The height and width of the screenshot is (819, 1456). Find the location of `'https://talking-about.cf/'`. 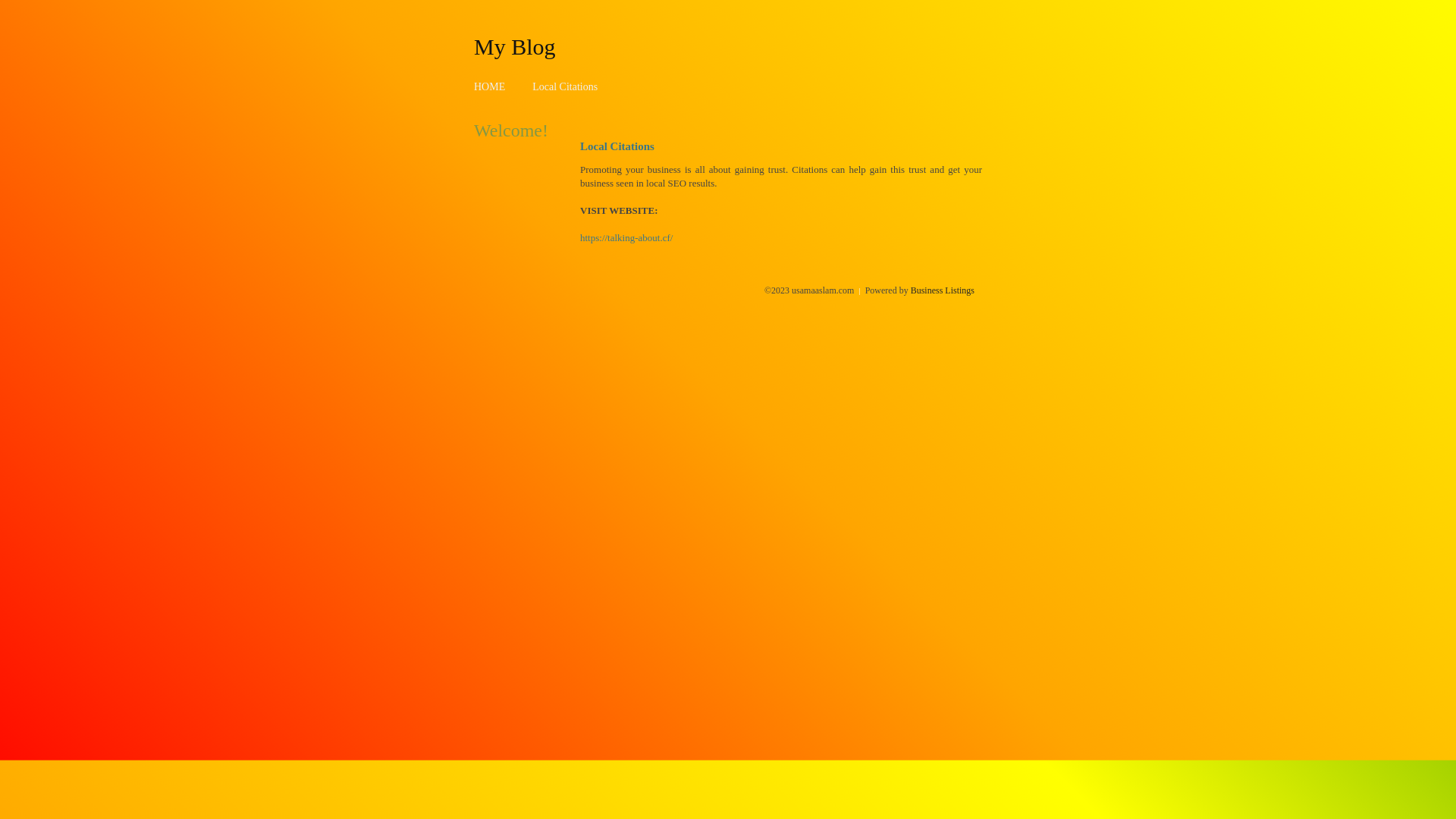

'https://talking-about.cf/' is located at coordinates (626, 237).